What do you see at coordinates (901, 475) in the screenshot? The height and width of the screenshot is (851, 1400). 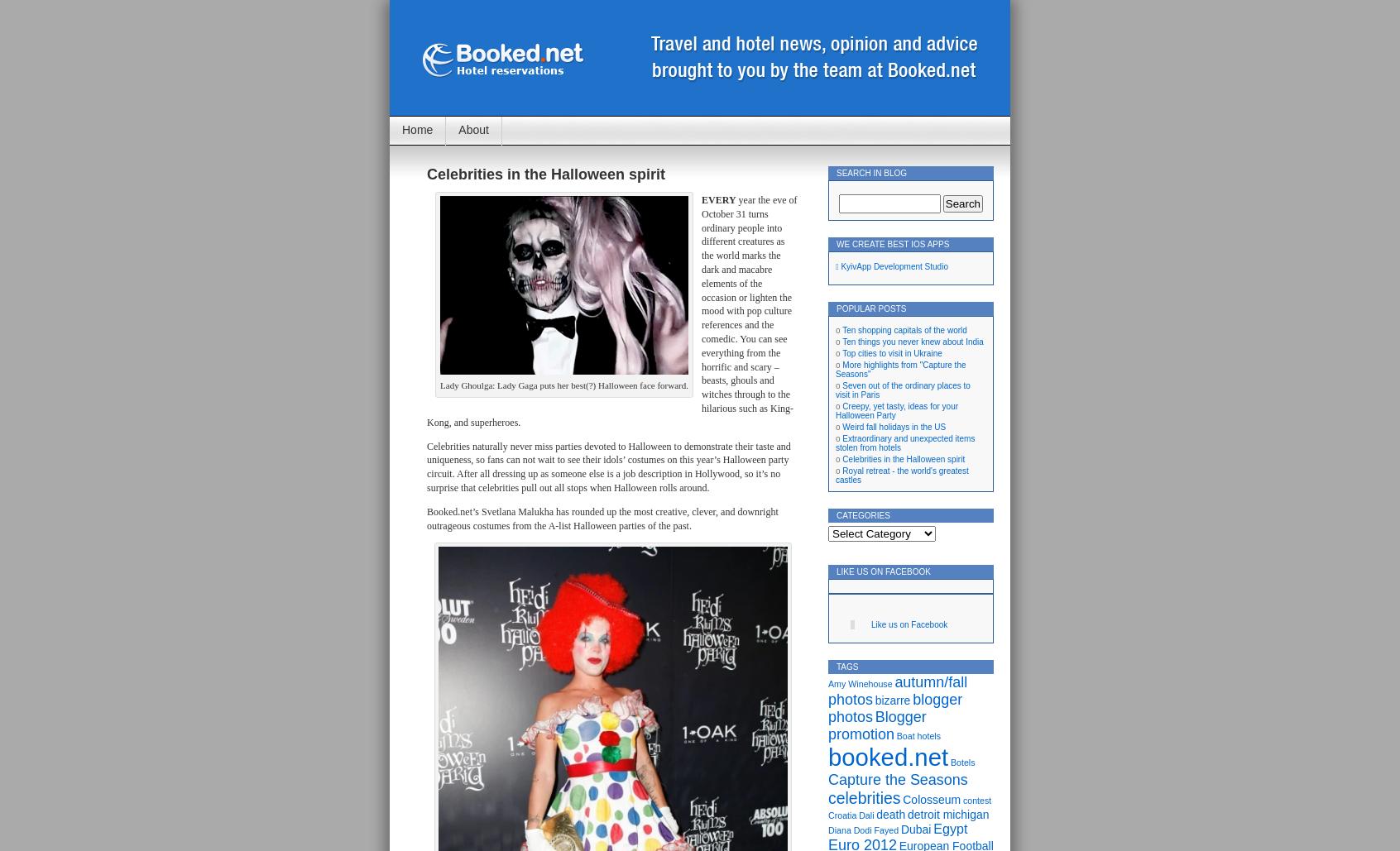 I see `'Royal retreat - the world's greatest castles'` at bounding box center [901, 475].